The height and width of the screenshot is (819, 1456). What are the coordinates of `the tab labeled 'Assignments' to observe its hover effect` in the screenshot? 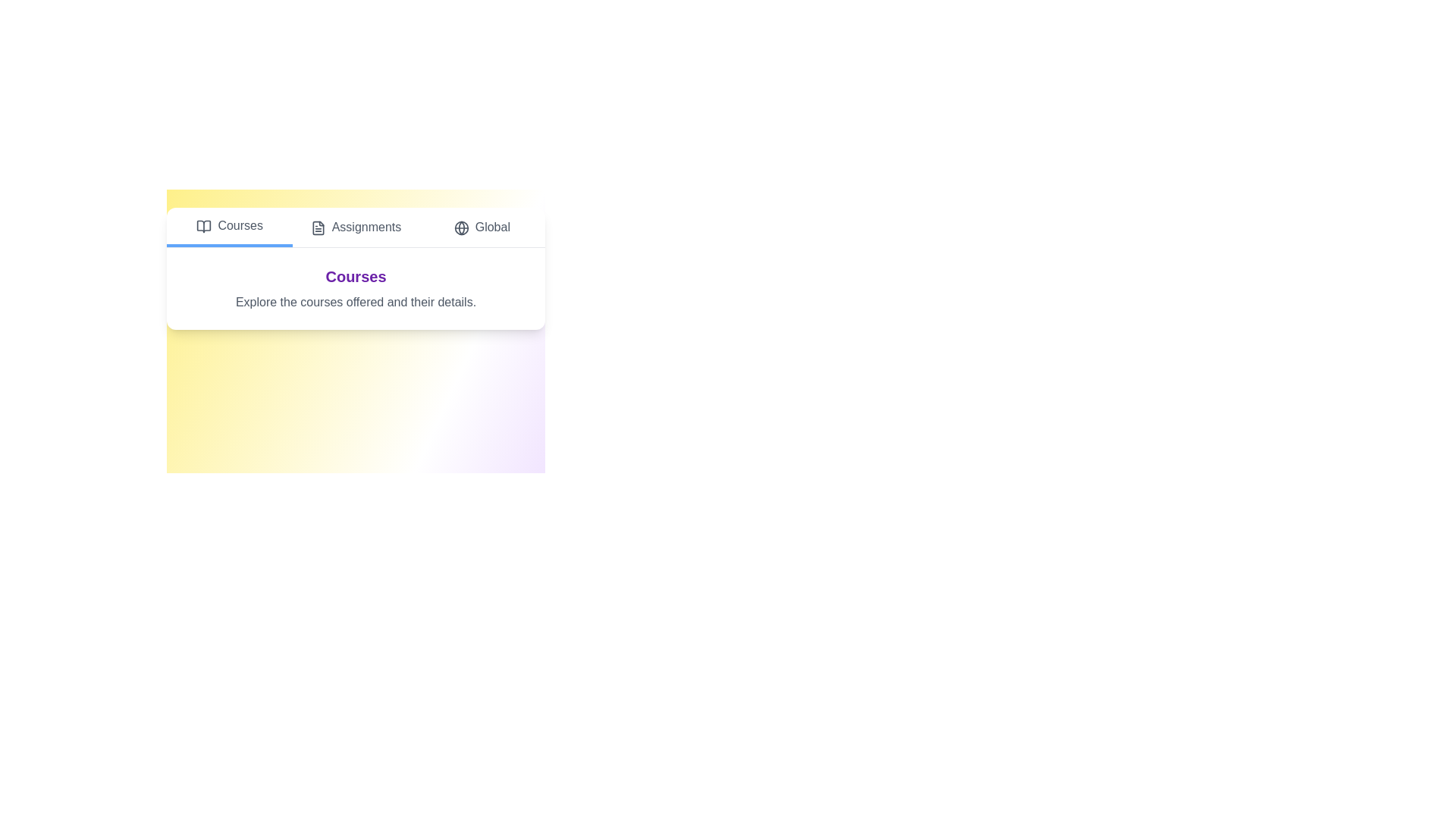 It's located at (355, 227).